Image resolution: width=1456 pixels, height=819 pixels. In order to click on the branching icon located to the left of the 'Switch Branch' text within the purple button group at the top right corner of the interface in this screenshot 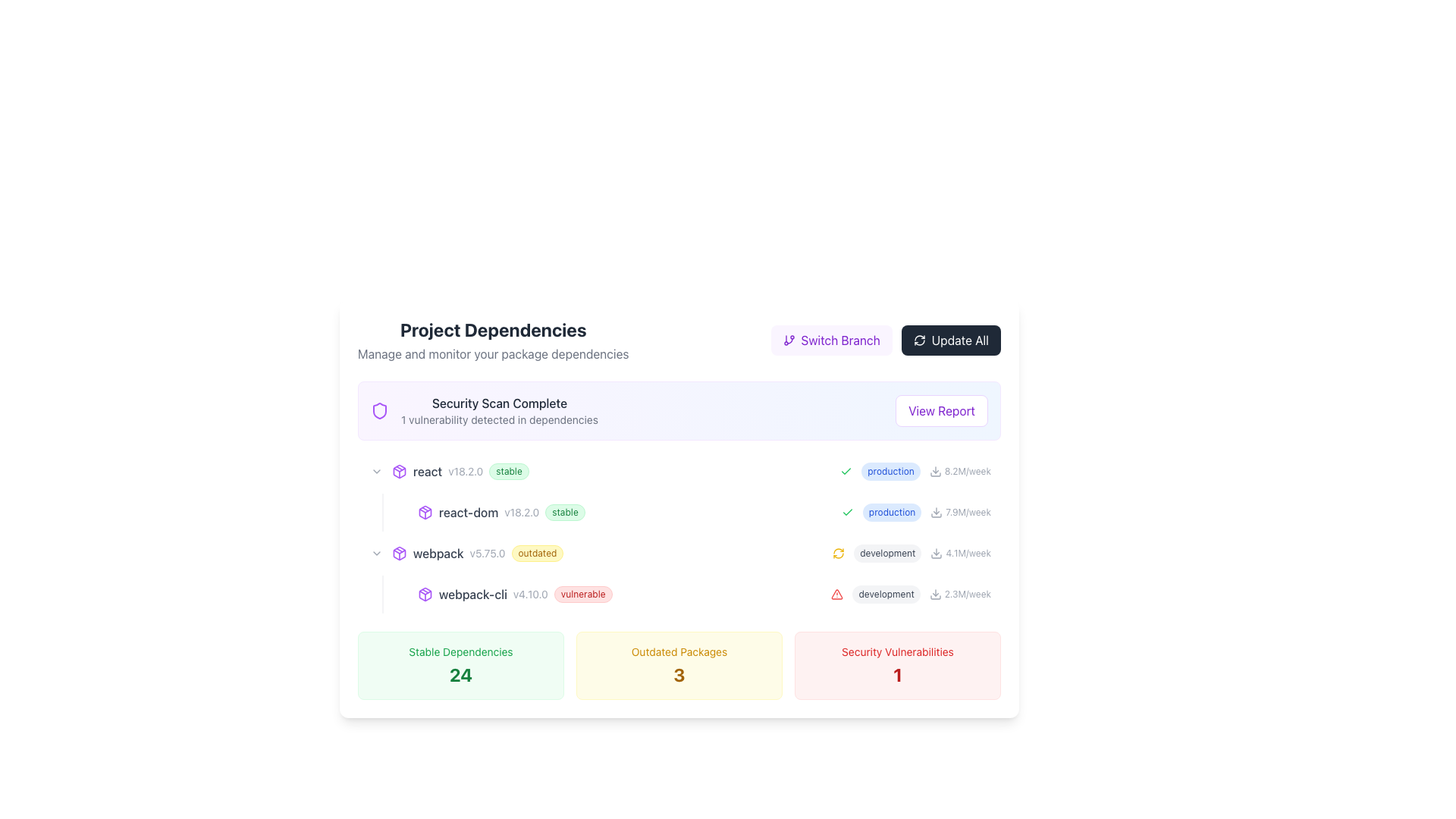, I will do `click(789, 339)`.